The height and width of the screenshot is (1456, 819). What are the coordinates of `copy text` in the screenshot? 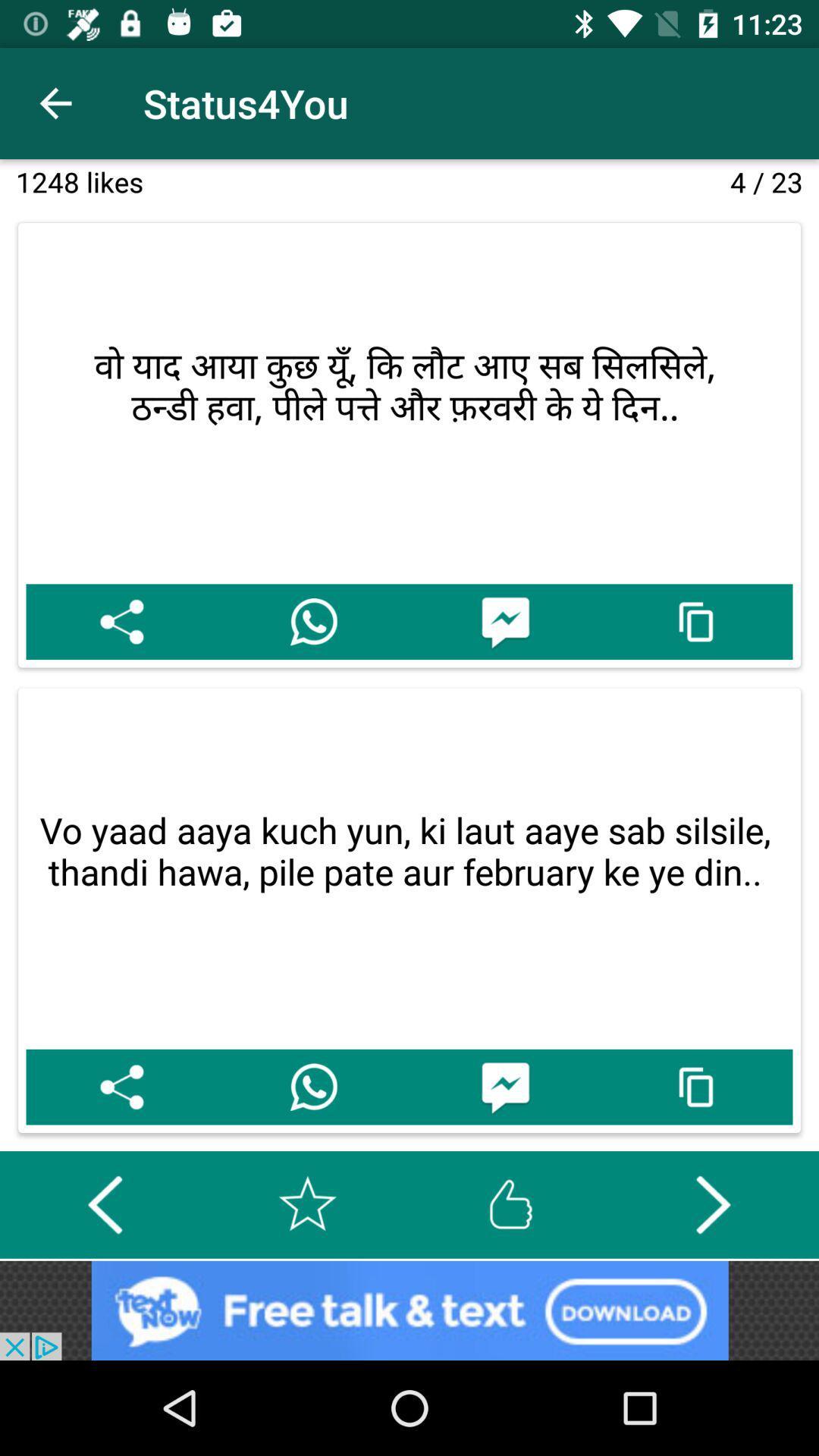 It's located at (697, 622).